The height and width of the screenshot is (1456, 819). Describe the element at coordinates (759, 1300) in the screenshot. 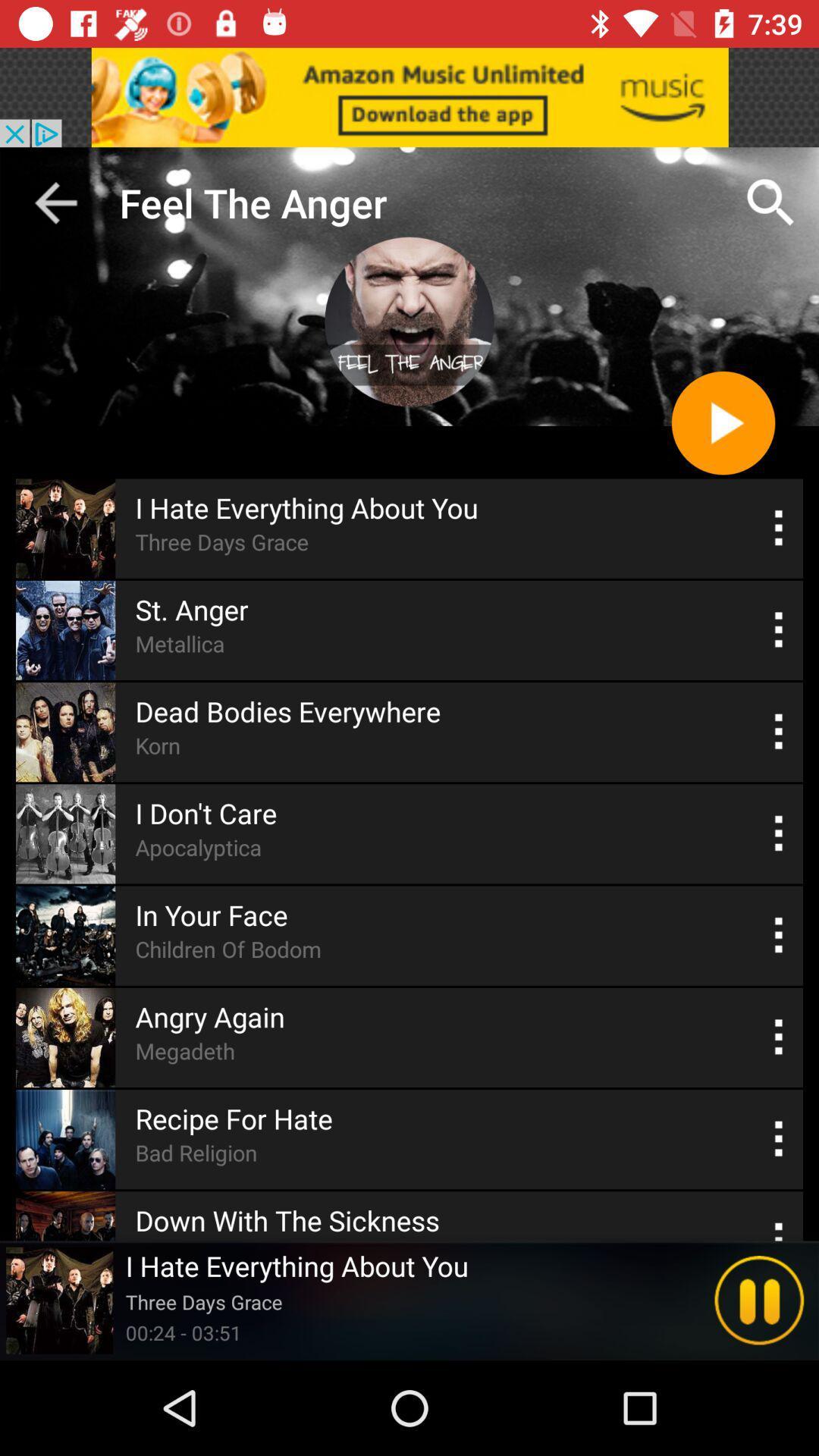

I see `the pause icon` at that location.